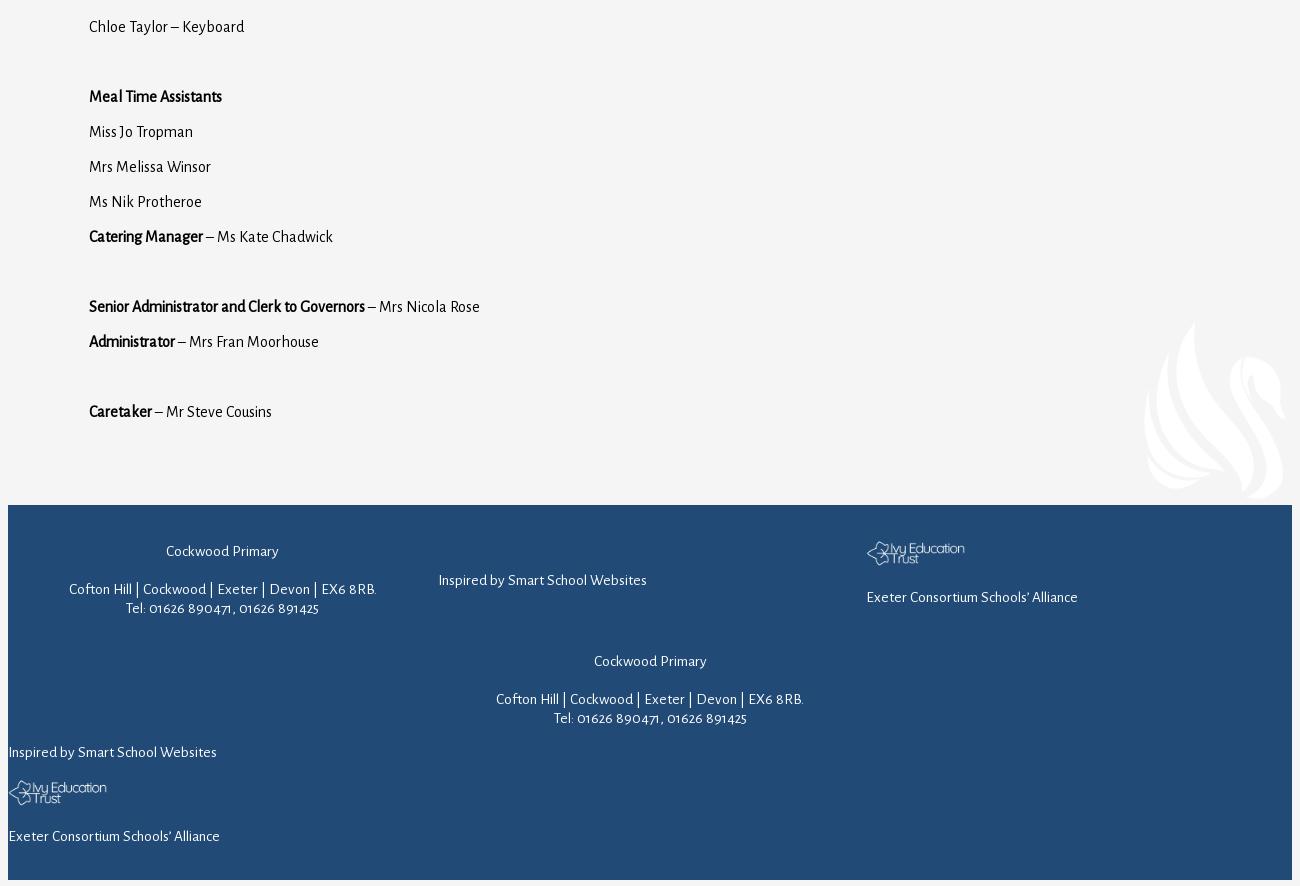 The width and height of the screenshot is (1300, 886). I want to click on '– Mr Steve Cousins', so click(150, 410).